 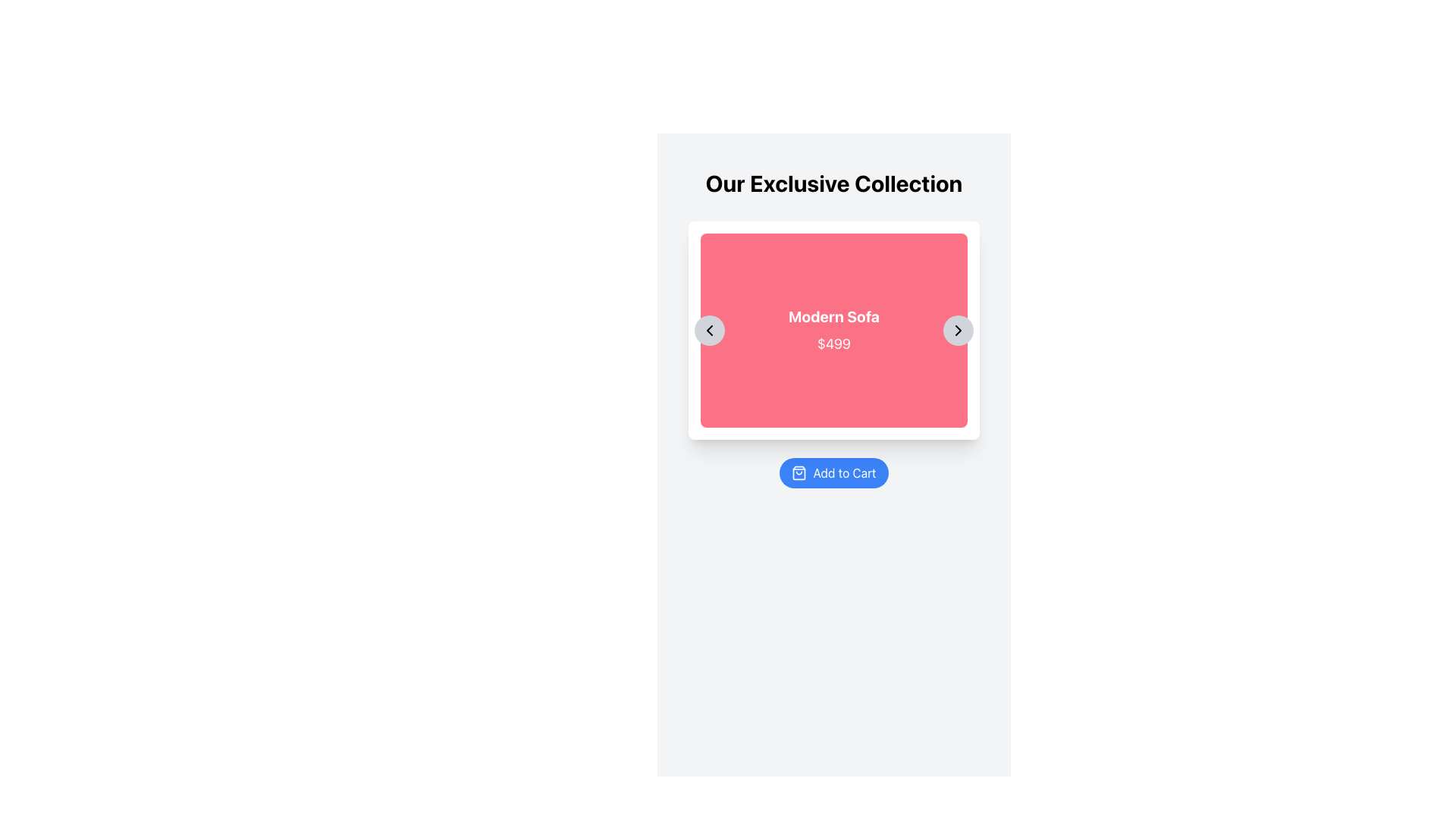 What do you see at coordinates (799, 472) in the screenshot?
I see `the shopping bag icon located to the left of the 'Add to Cart' button` at bounding box center [799, 472].